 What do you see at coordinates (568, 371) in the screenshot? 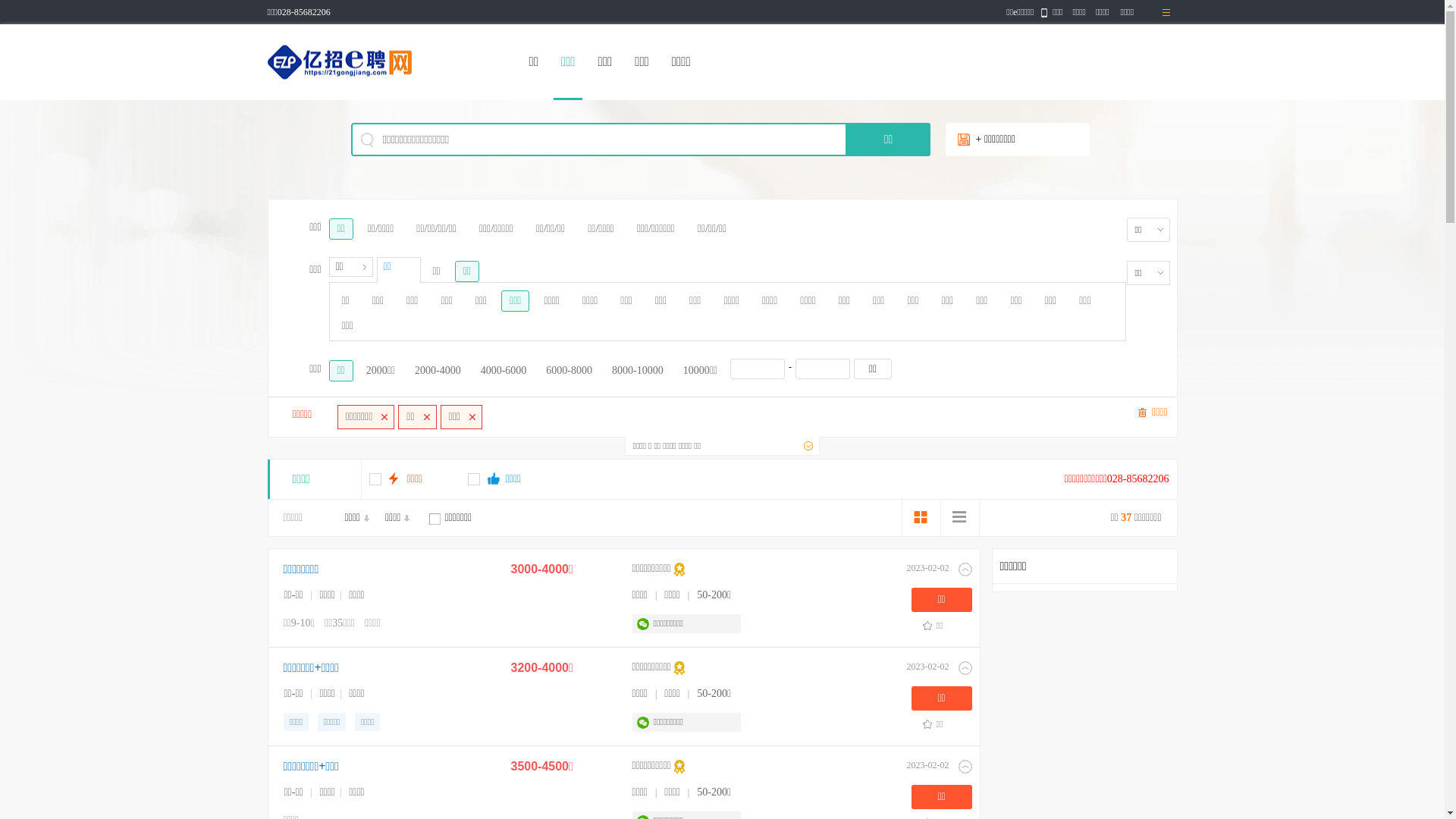
I see `'6000-8000'` at bounding box center [568, 371].